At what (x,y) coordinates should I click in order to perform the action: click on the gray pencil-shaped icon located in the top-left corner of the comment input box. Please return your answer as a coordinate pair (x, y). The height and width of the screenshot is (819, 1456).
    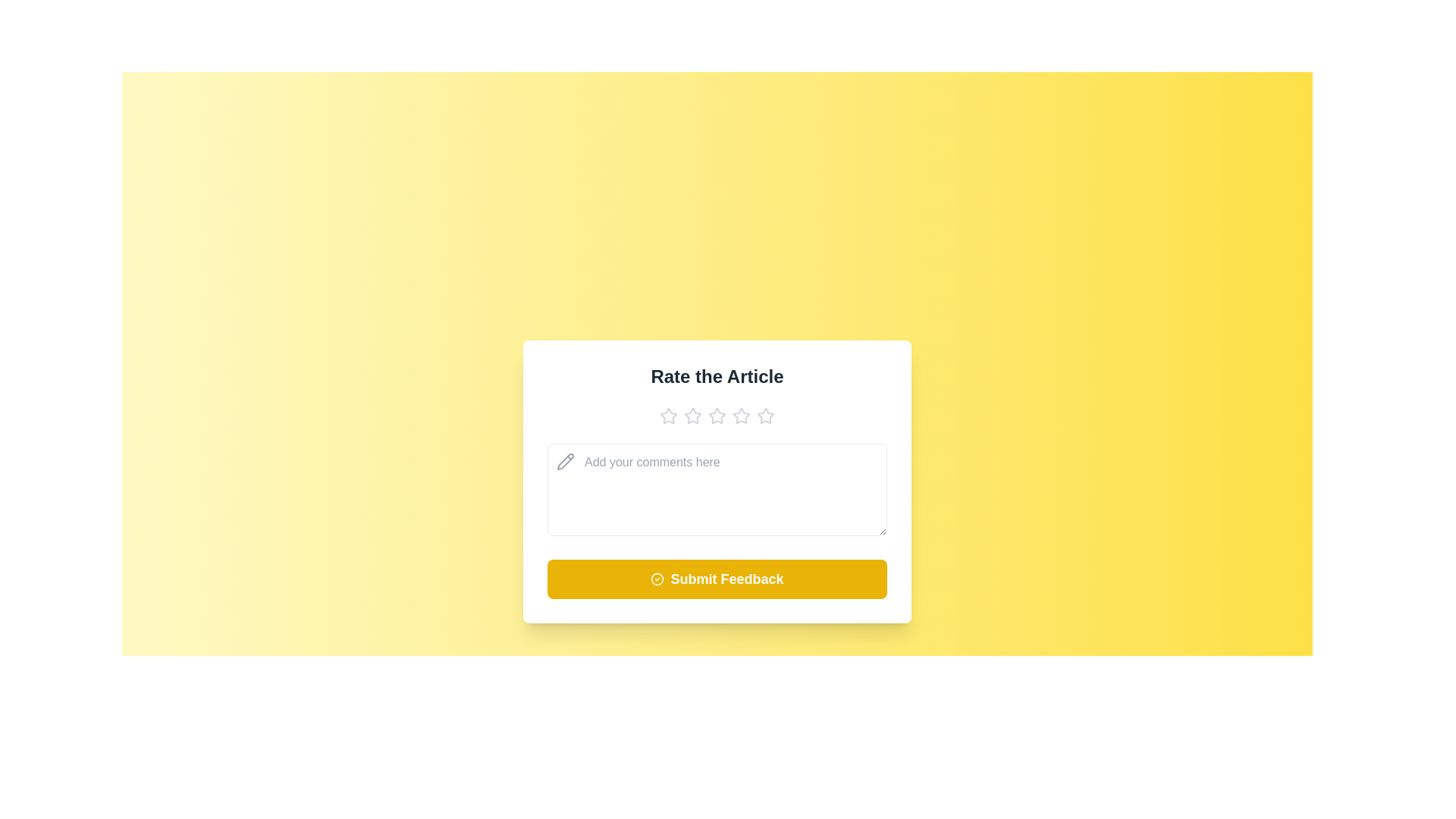
    Looking at the image, I should click on (564, 460).